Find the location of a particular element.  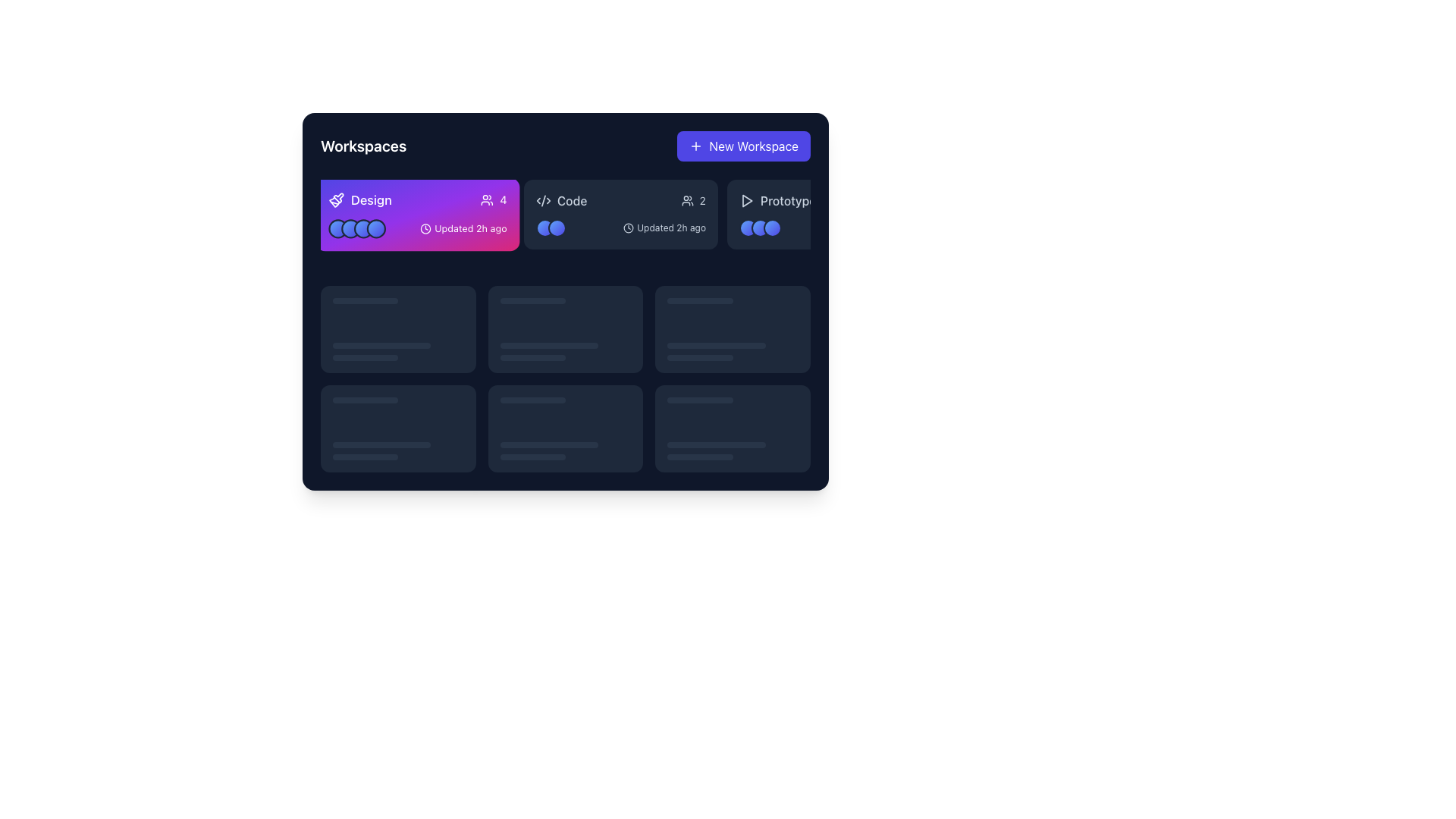

the Play Button (Icon), a triangular shape pointing to the right, located to the left of the 'Prototype' text in the upper-right workspace section is located at coordinates (746, 200).